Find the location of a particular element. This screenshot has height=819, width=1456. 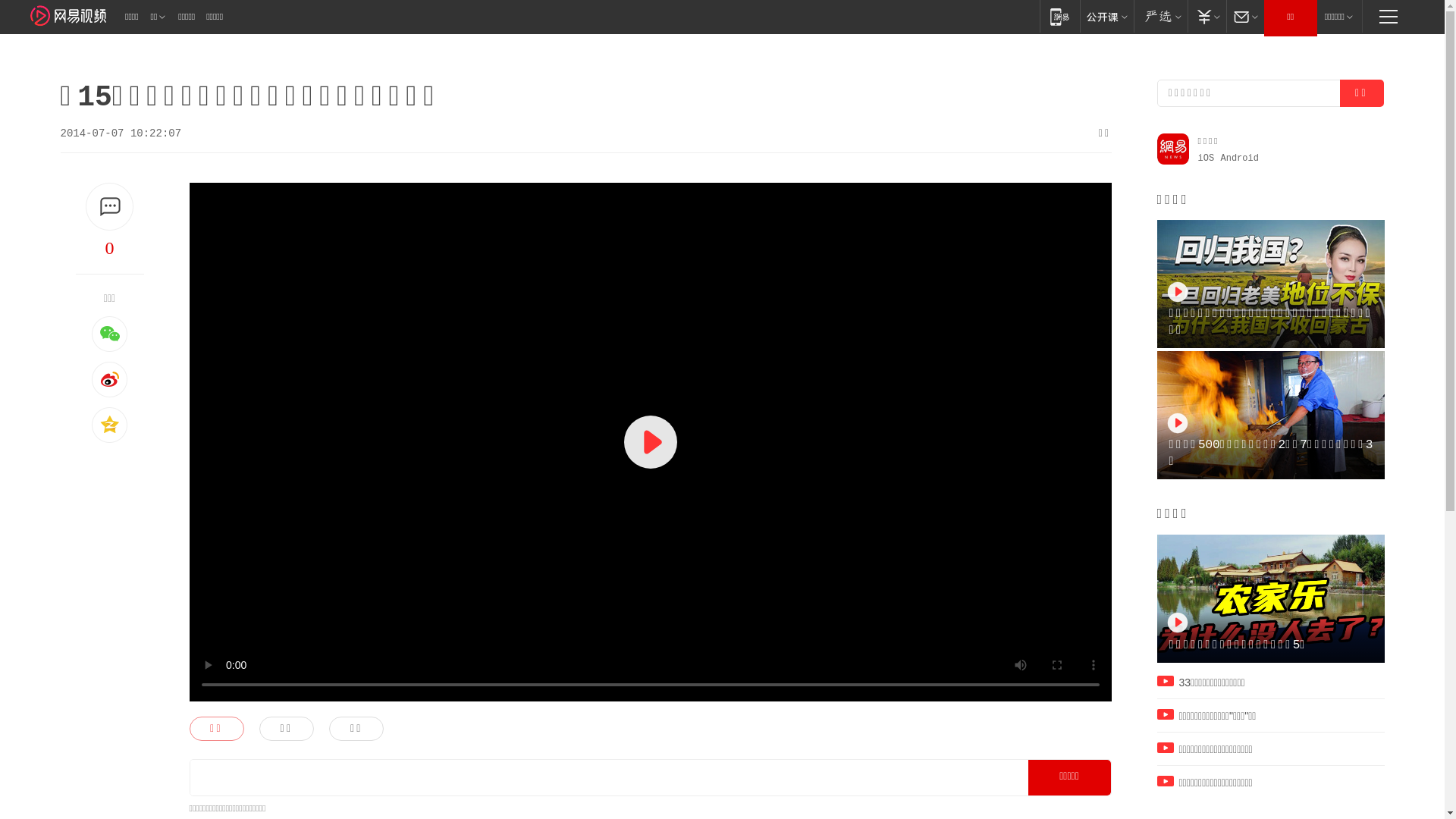

'iOS' is located at coordinates (1197, 158).